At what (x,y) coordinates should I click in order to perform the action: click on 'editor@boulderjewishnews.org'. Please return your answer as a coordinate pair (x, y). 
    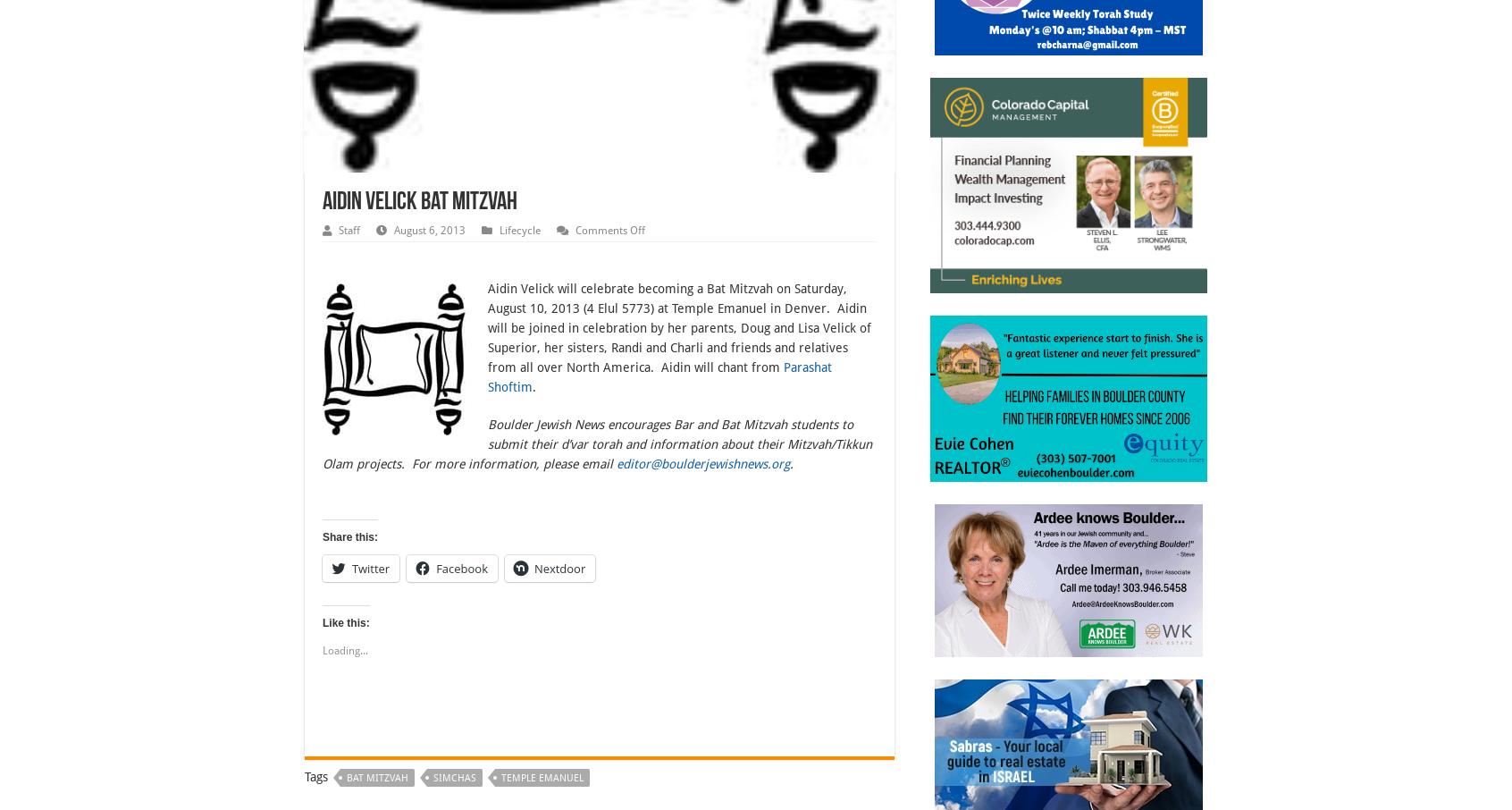
    Looking at the image, I should click on (702, 463).